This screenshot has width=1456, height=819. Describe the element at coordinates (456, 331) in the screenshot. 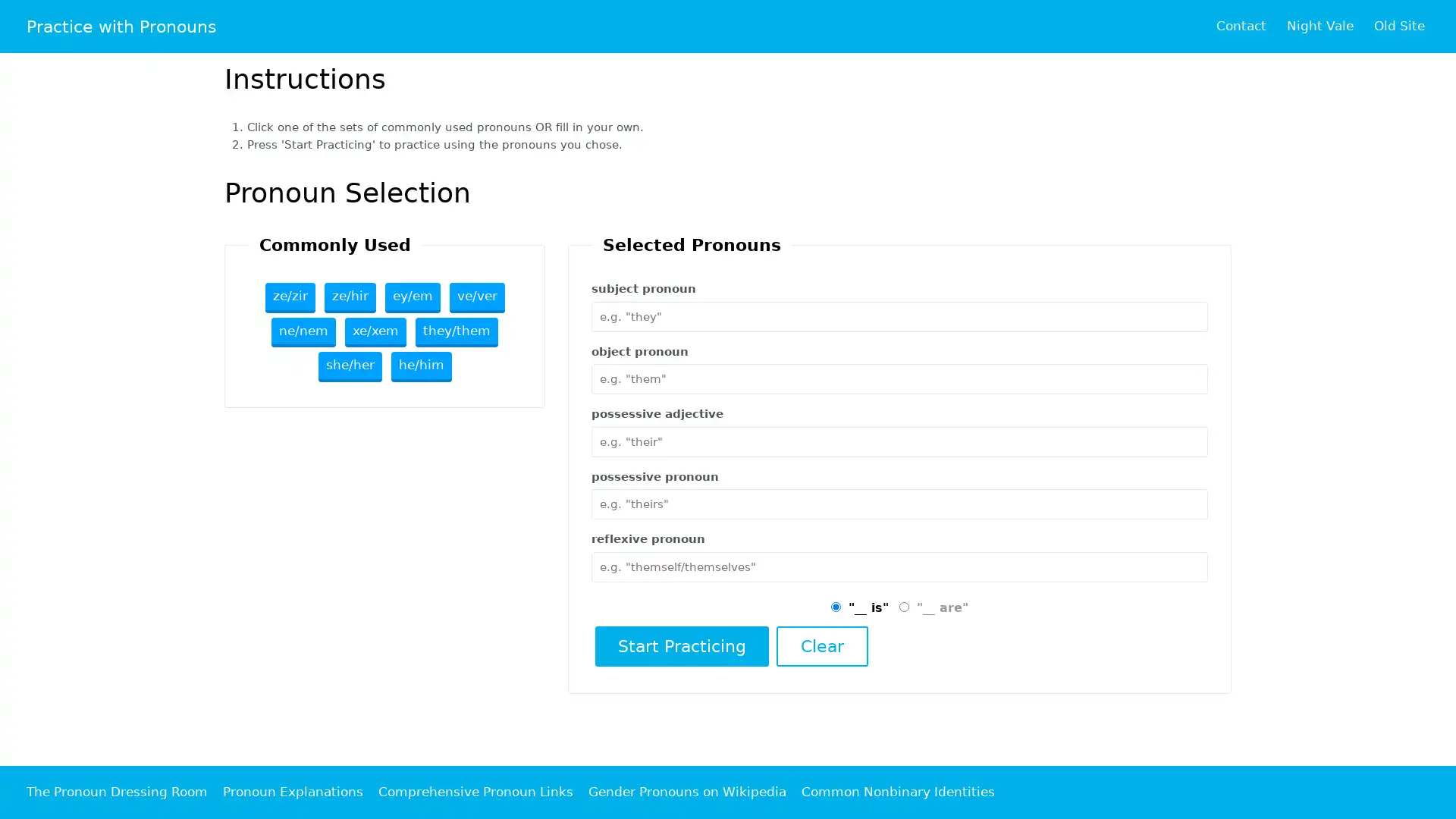

I see `they/them` at that location.